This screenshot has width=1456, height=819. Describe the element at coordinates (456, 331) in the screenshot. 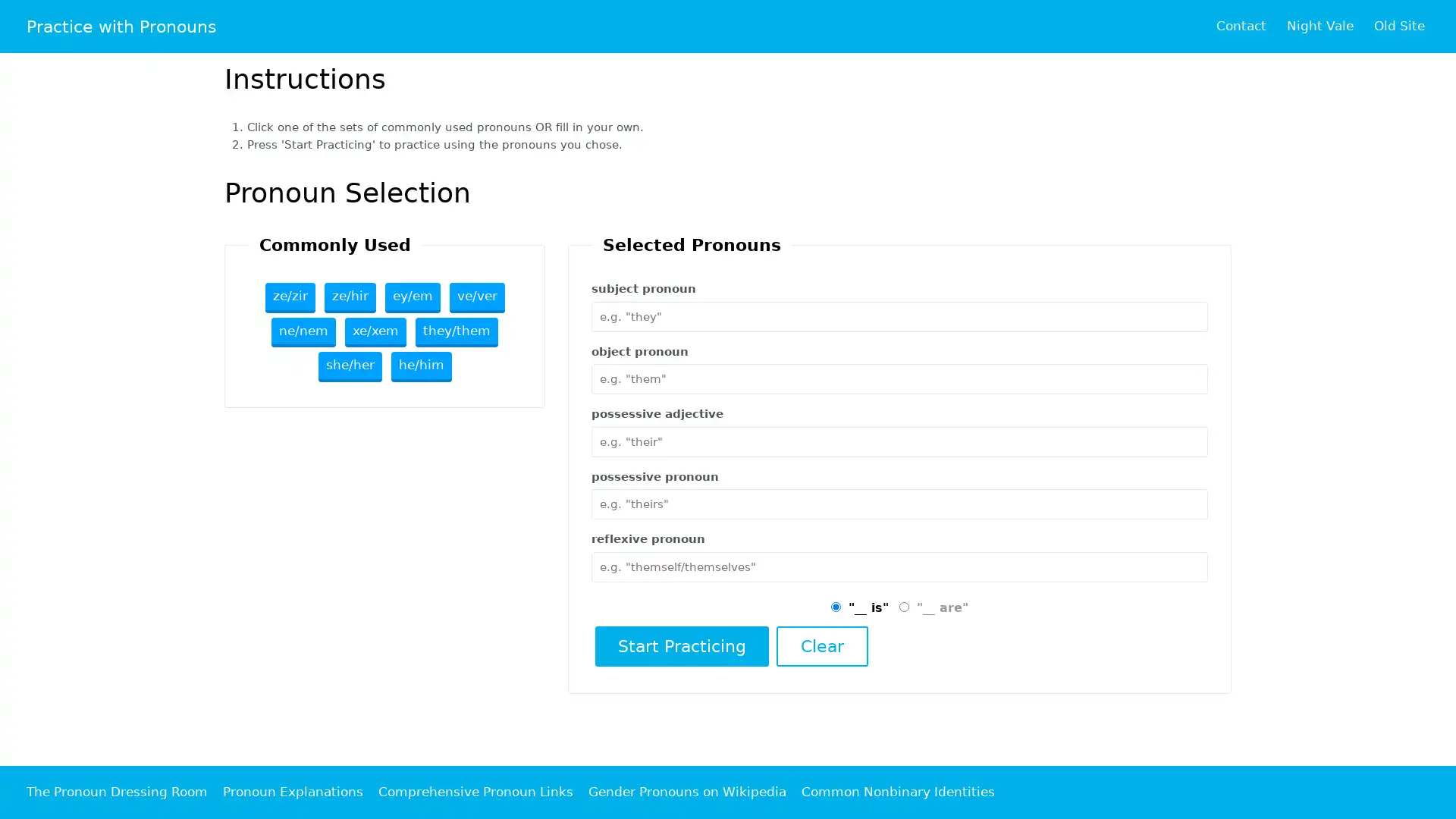

I see `they/them` at that location.